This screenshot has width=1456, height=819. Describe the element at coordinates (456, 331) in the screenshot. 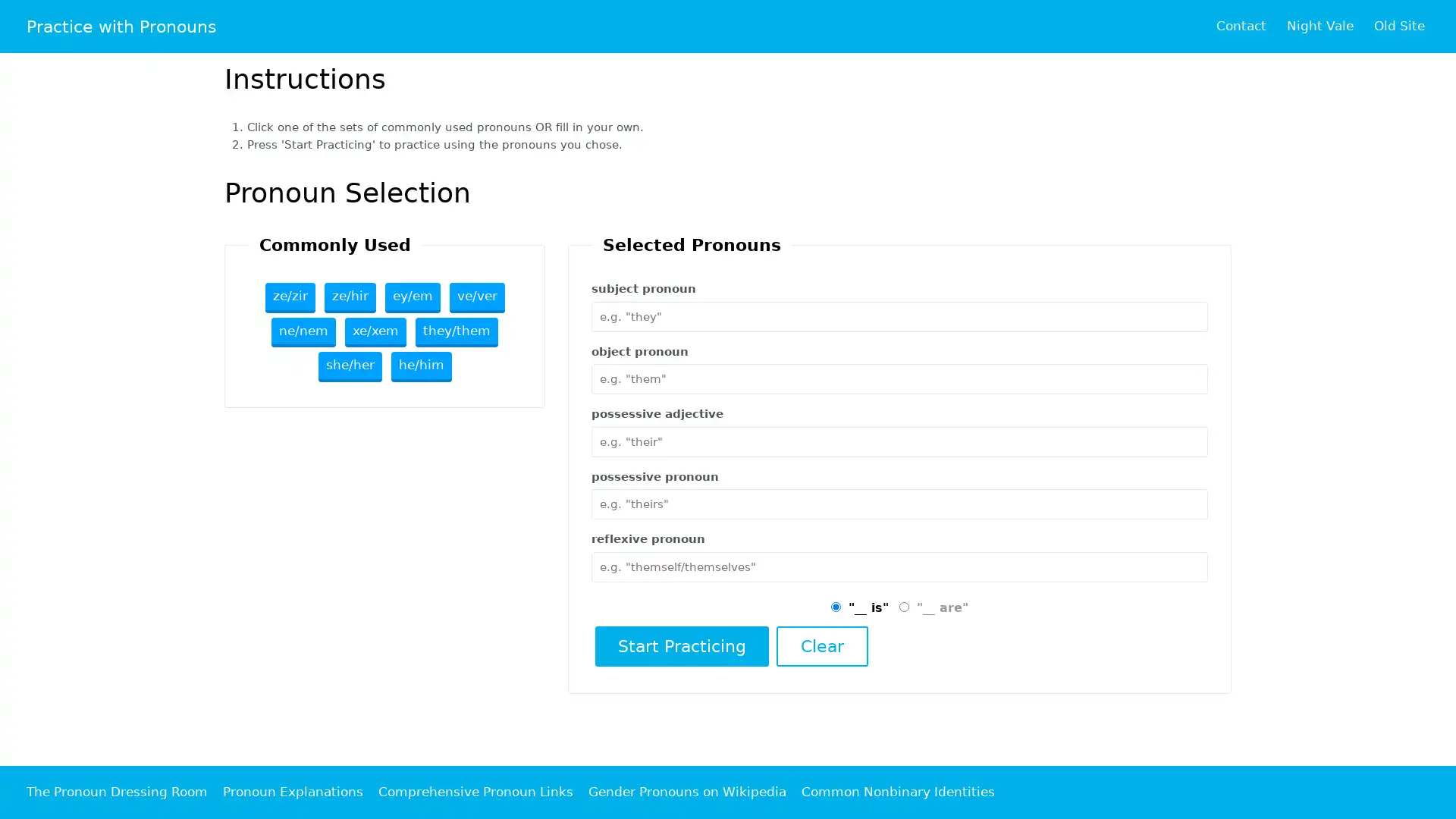

I see `they/them` at that location.